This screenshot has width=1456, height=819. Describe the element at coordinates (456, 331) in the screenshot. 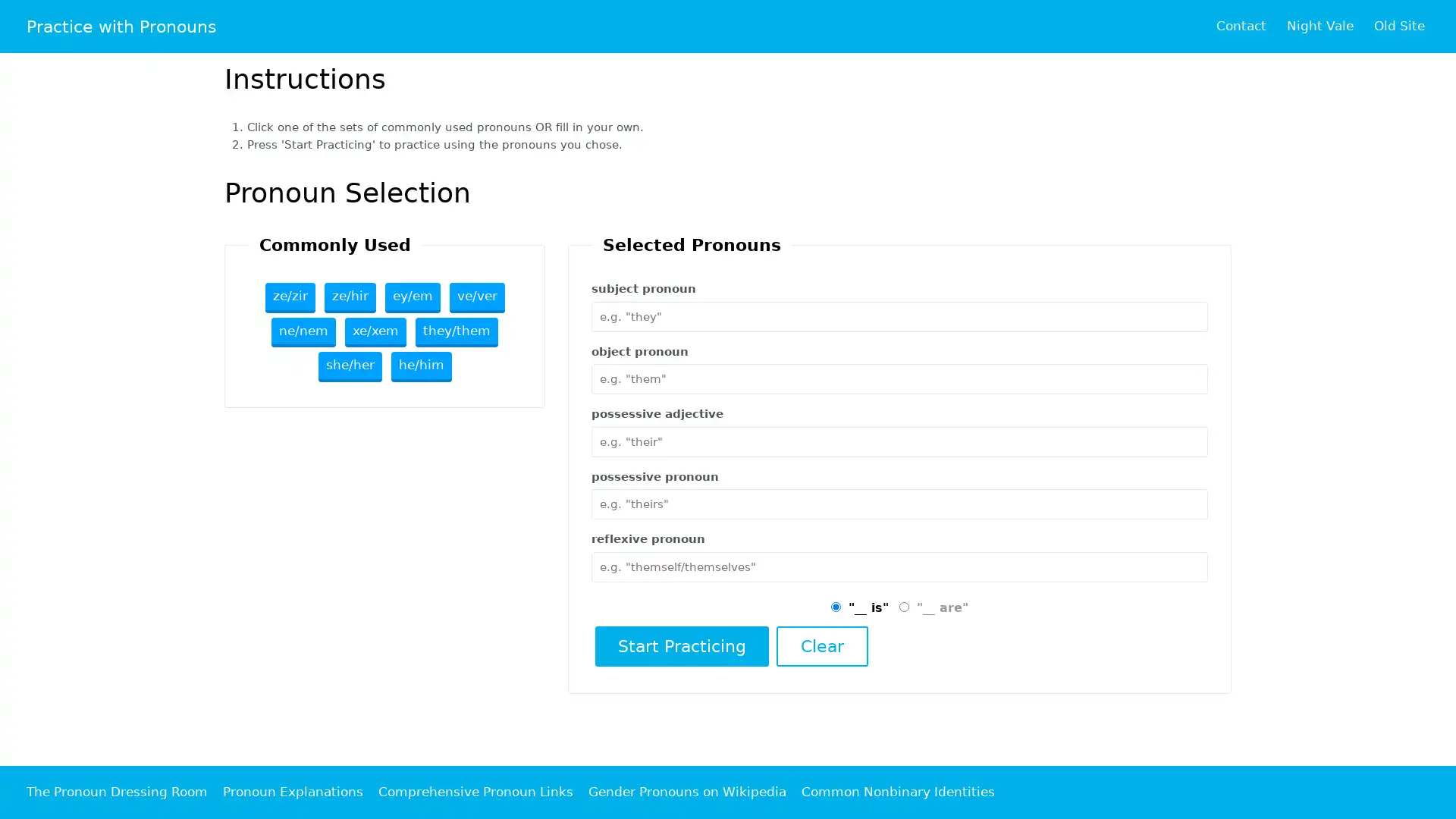

I see `they/them` at that location.